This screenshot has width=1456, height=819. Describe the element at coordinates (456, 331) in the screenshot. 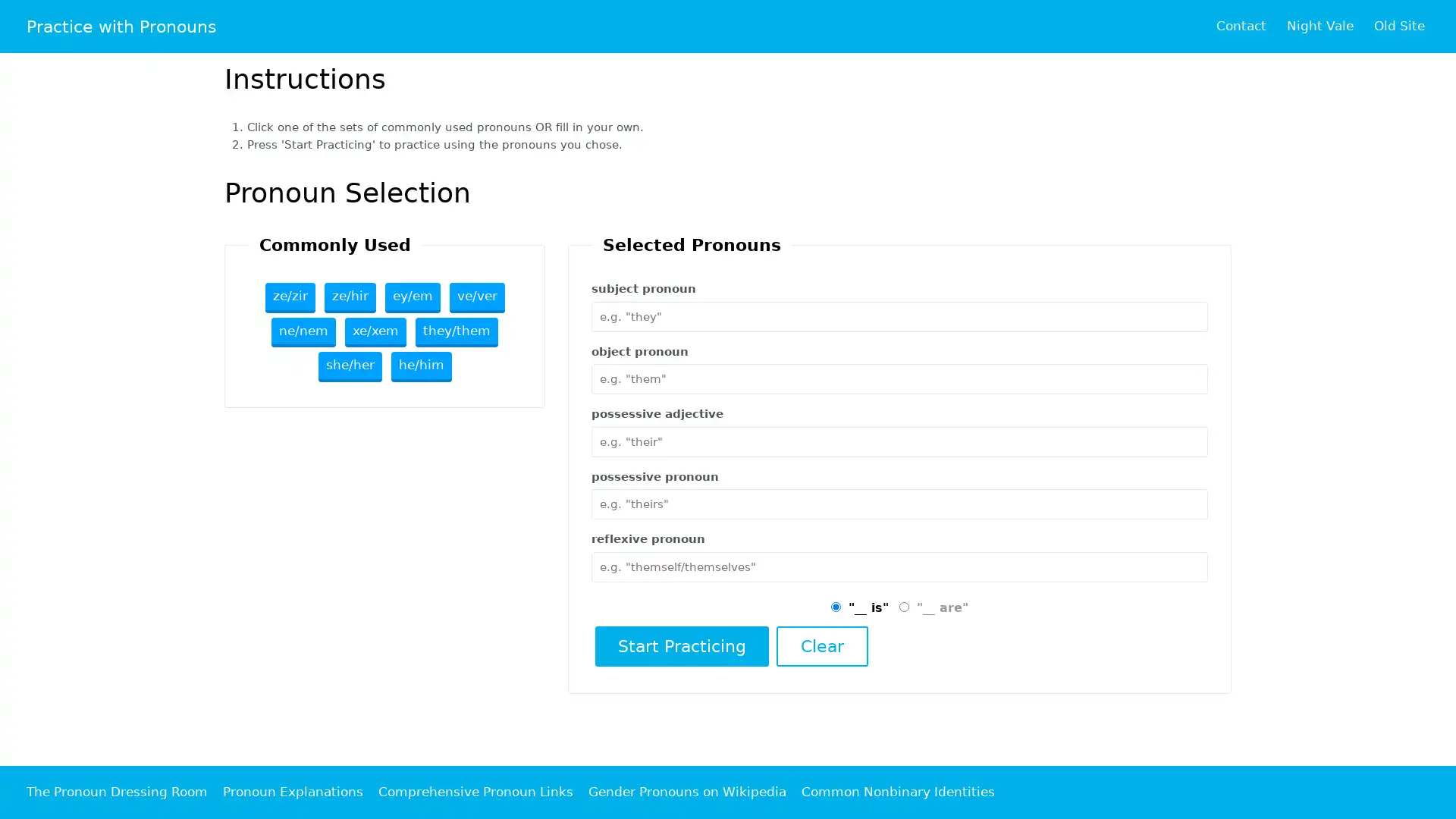

I see `they/them` at that location.